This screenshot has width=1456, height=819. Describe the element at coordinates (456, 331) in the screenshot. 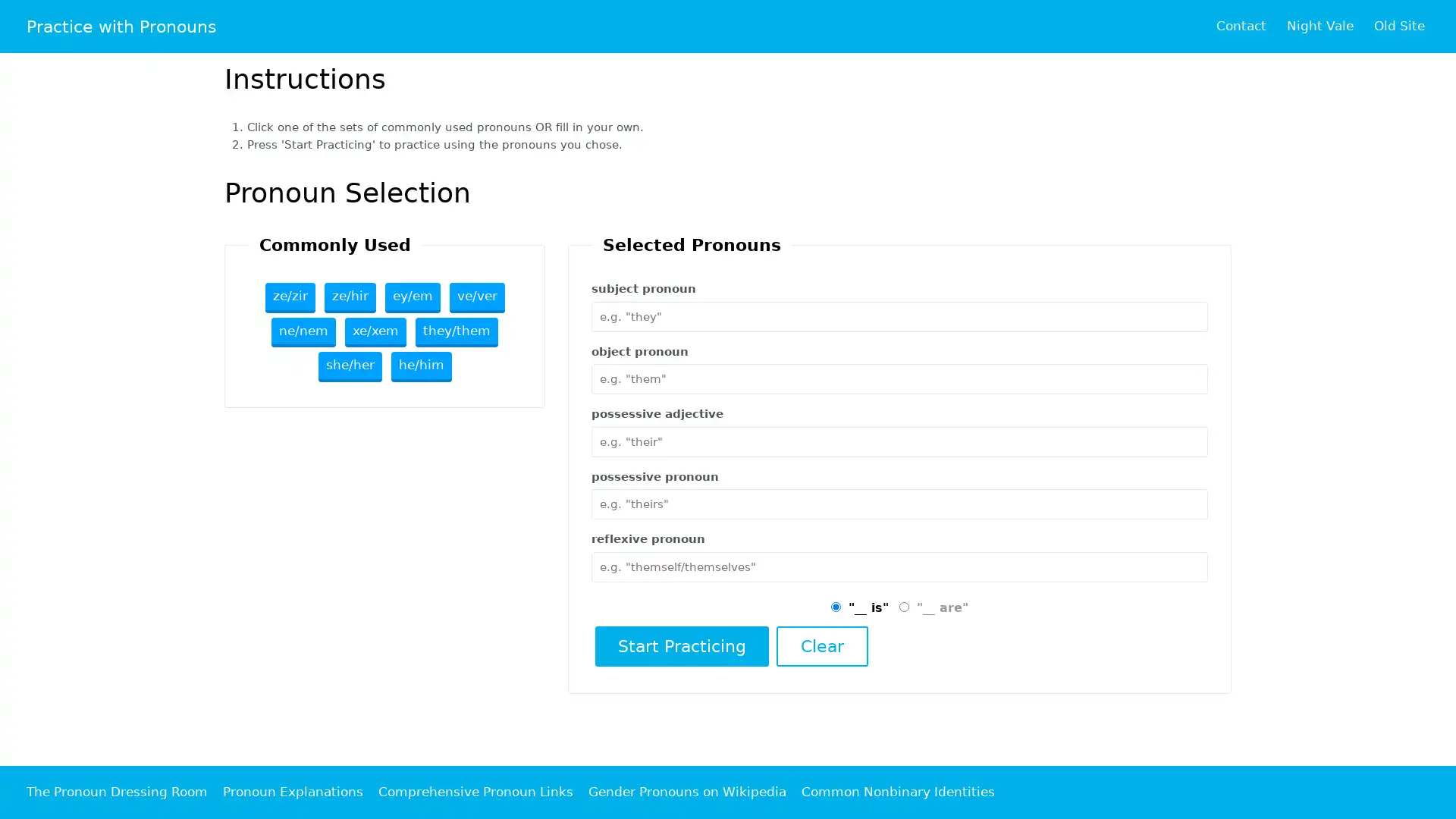

I see `they/them` at that location.